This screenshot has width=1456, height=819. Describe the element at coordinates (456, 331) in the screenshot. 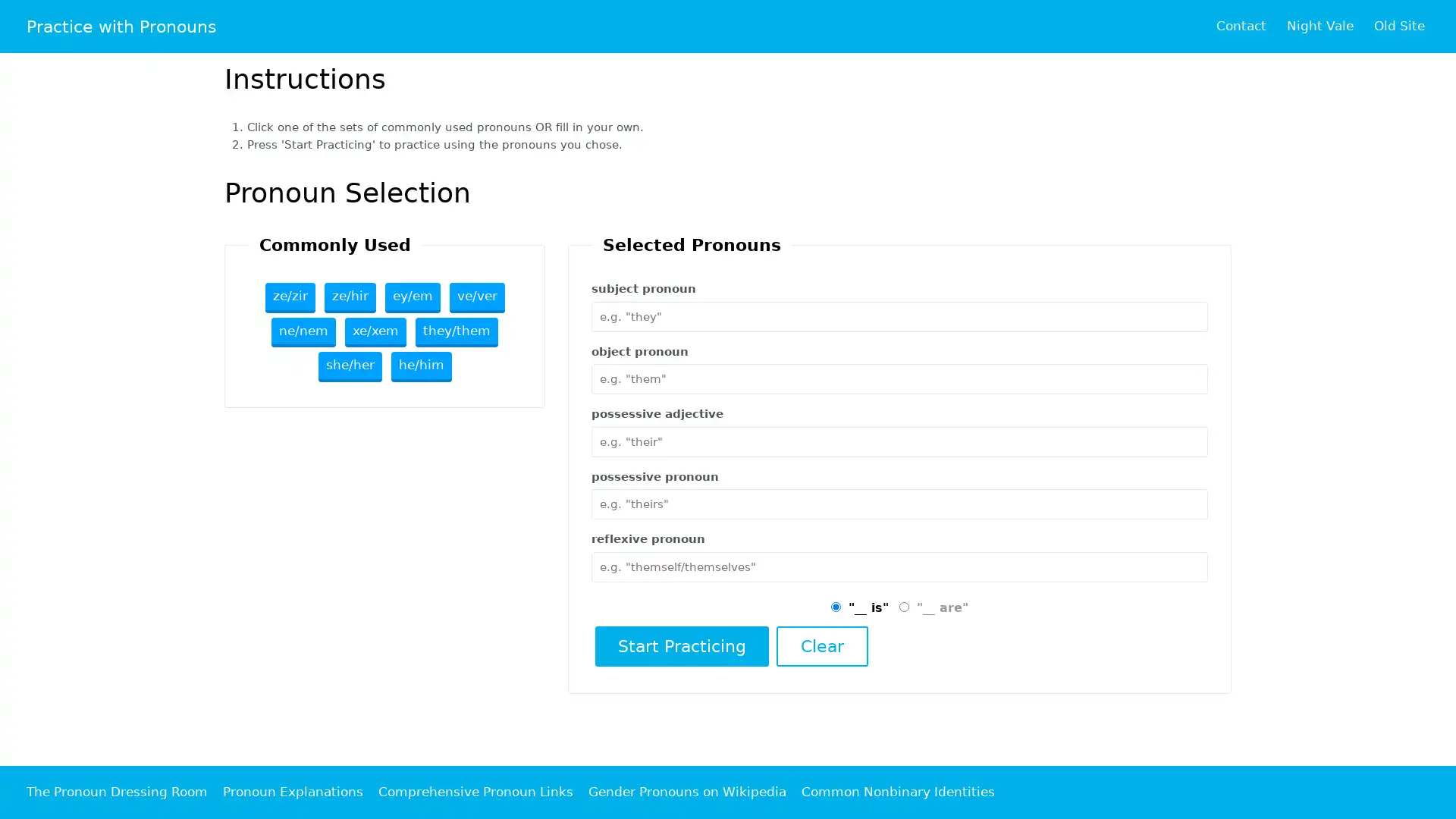

I see `they/them` at that location.